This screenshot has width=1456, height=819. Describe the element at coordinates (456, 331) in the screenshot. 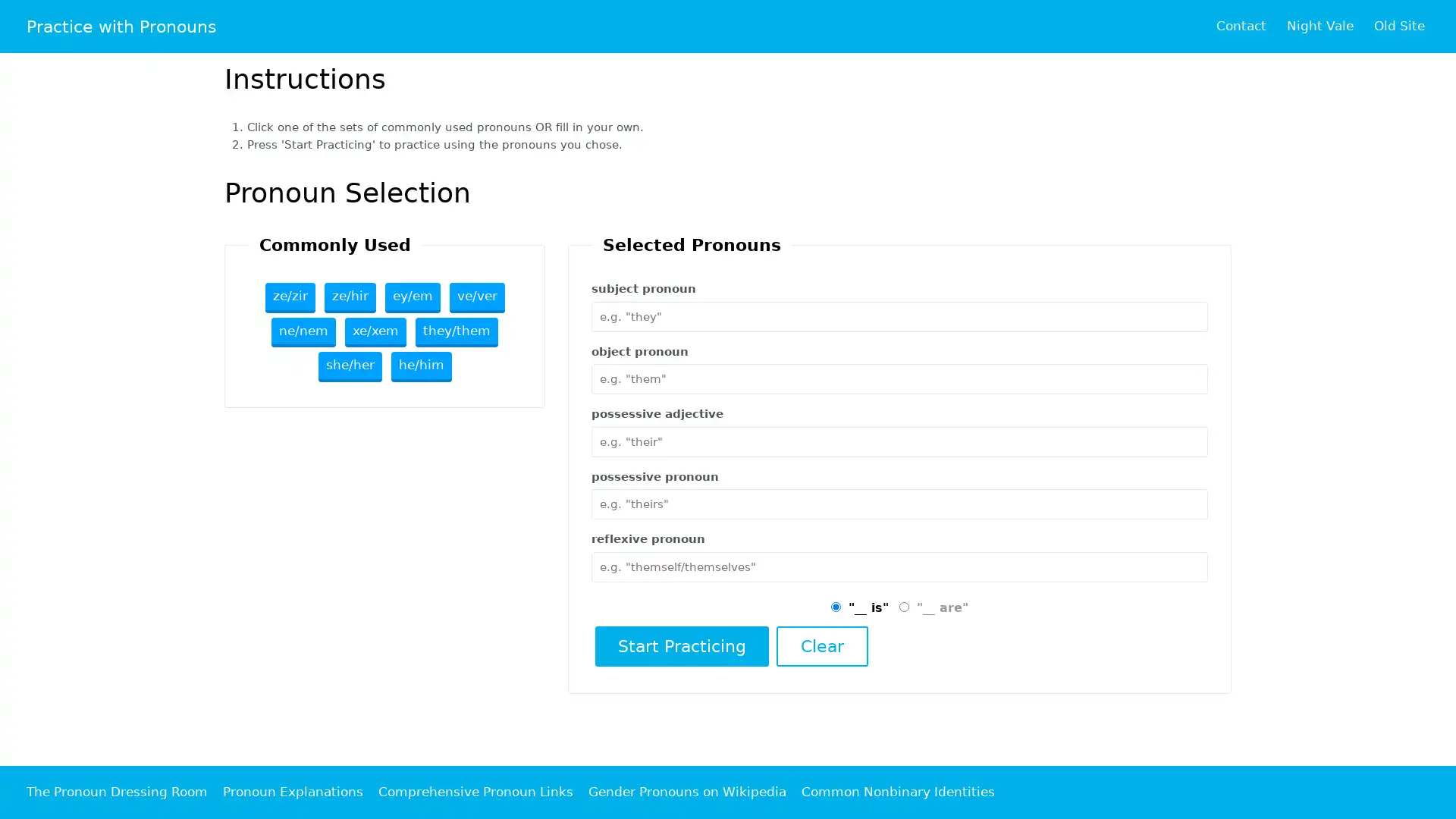

I see `they/them` at that location.